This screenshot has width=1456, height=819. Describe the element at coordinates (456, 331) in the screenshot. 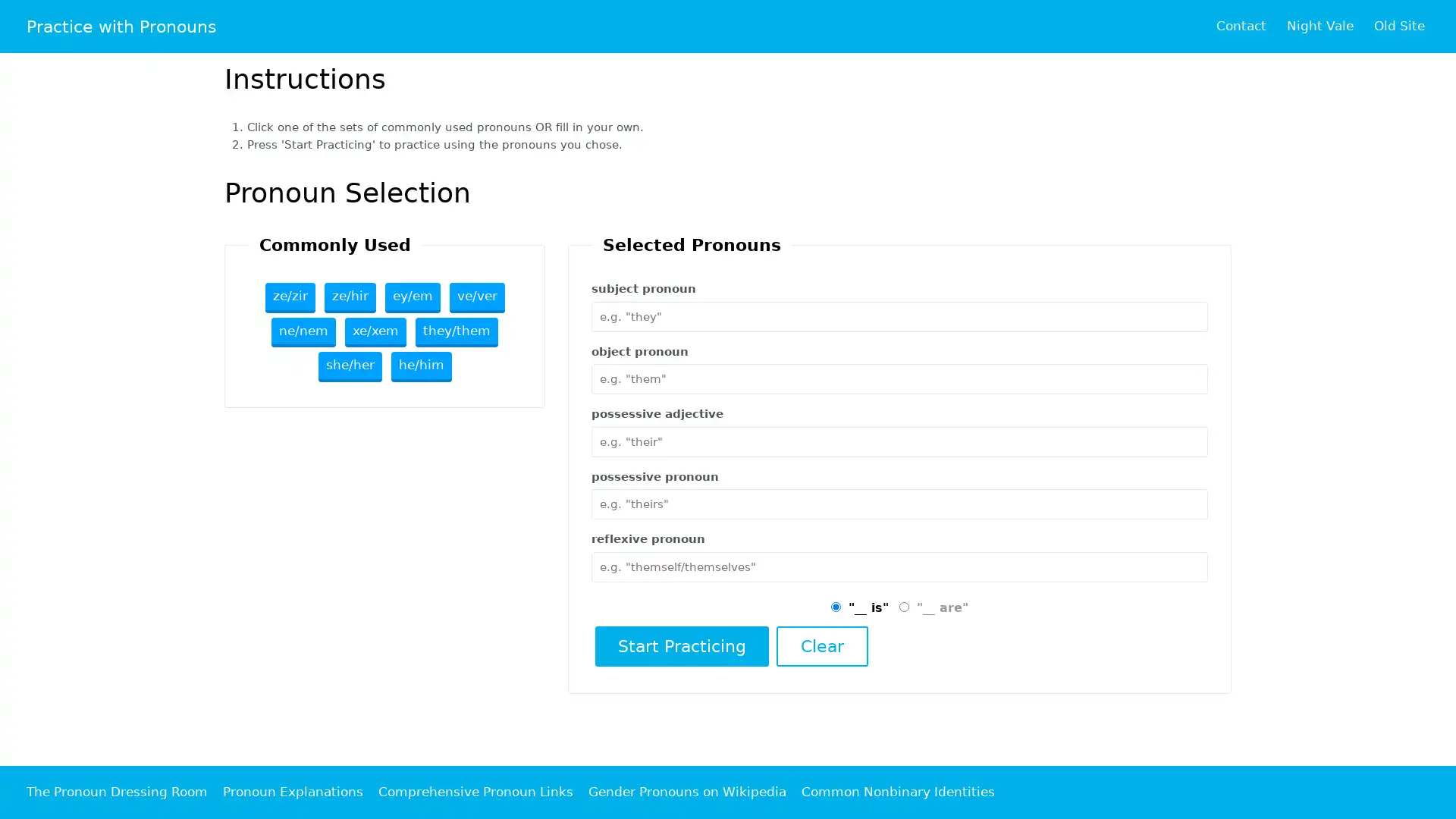

I see `they/them` at that location.